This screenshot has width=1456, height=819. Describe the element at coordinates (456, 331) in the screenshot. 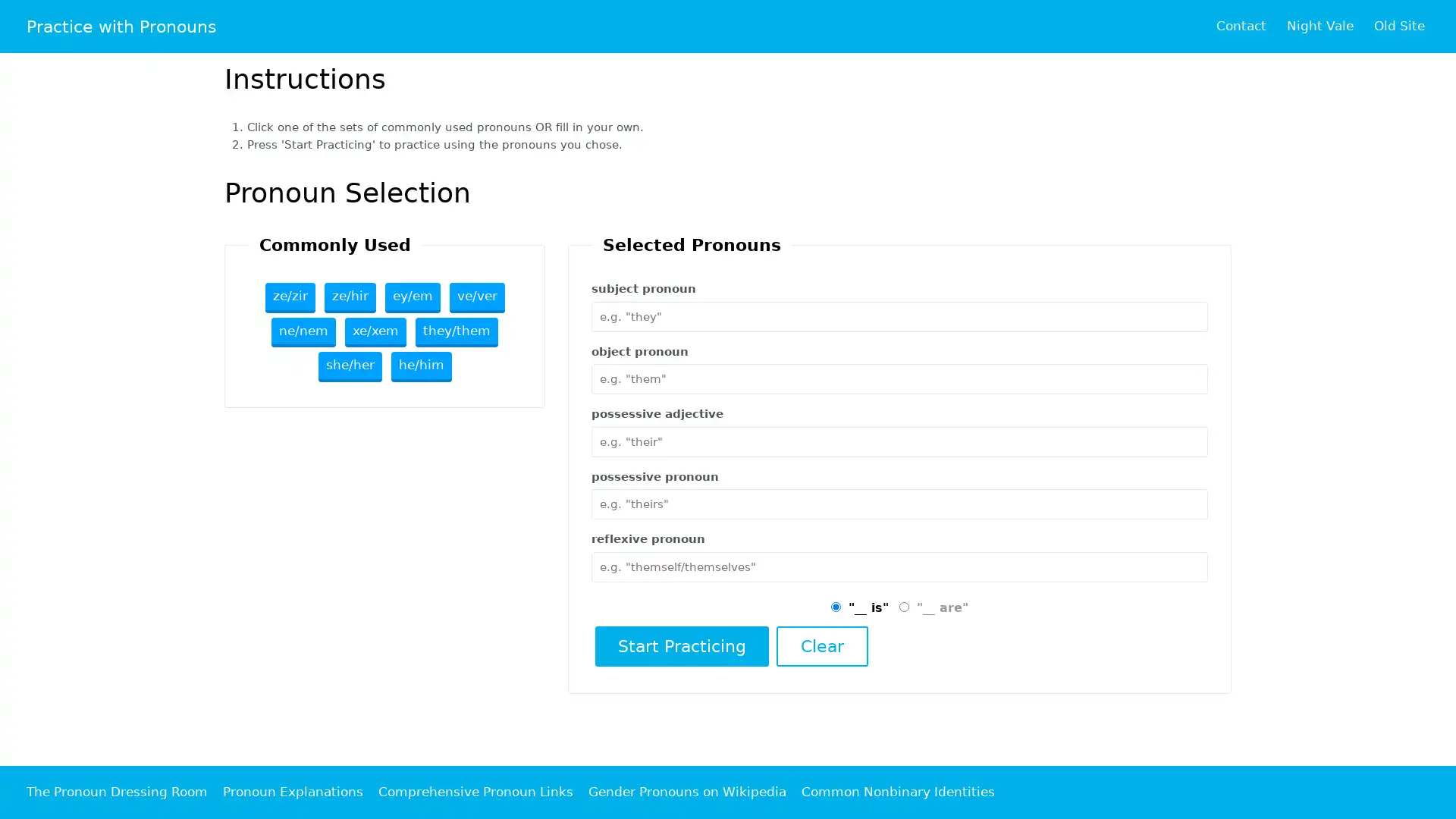

I see `they/them` at that location.